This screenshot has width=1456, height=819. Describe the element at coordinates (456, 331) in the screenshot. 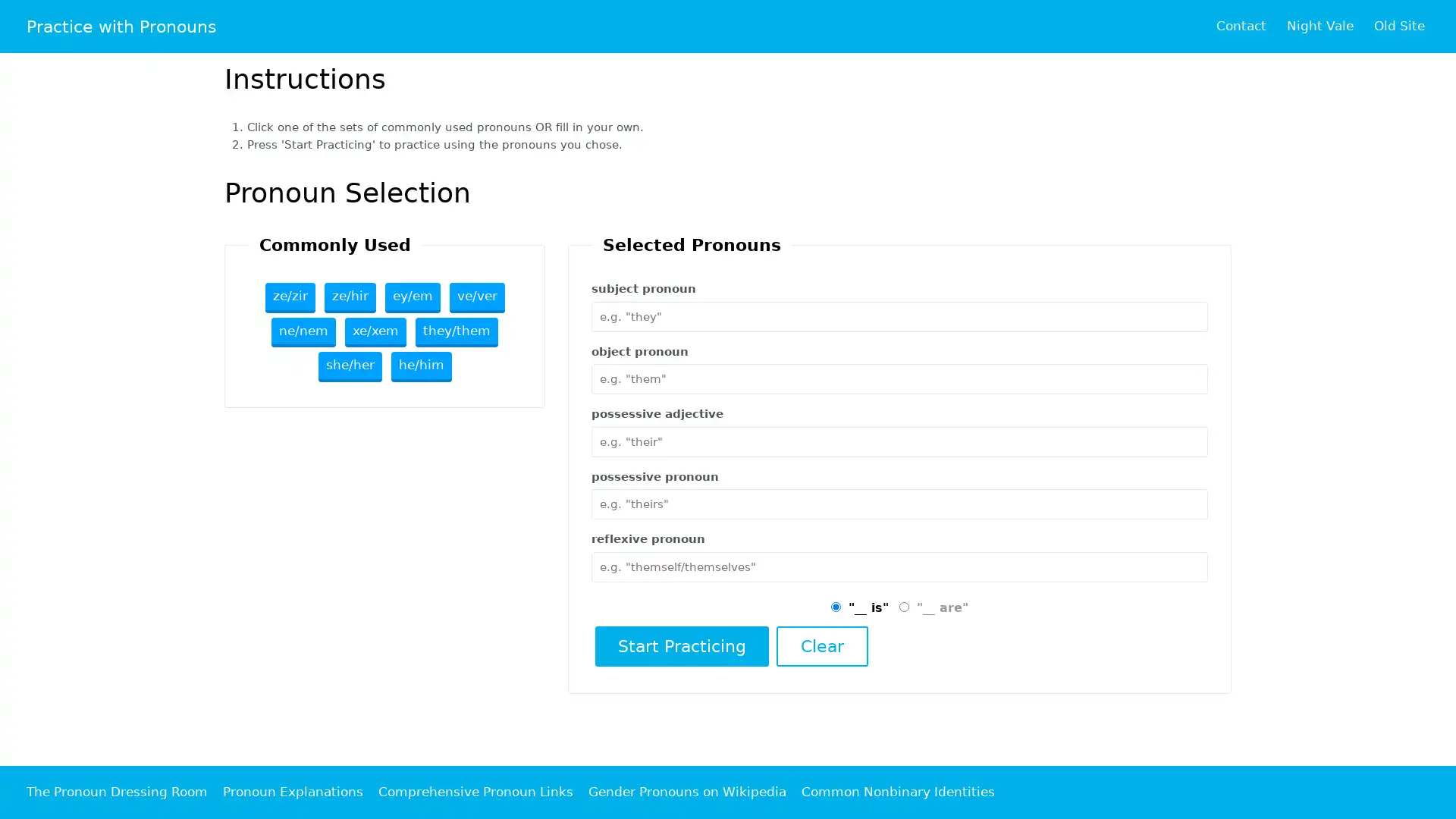

I see `they/them` at that location.